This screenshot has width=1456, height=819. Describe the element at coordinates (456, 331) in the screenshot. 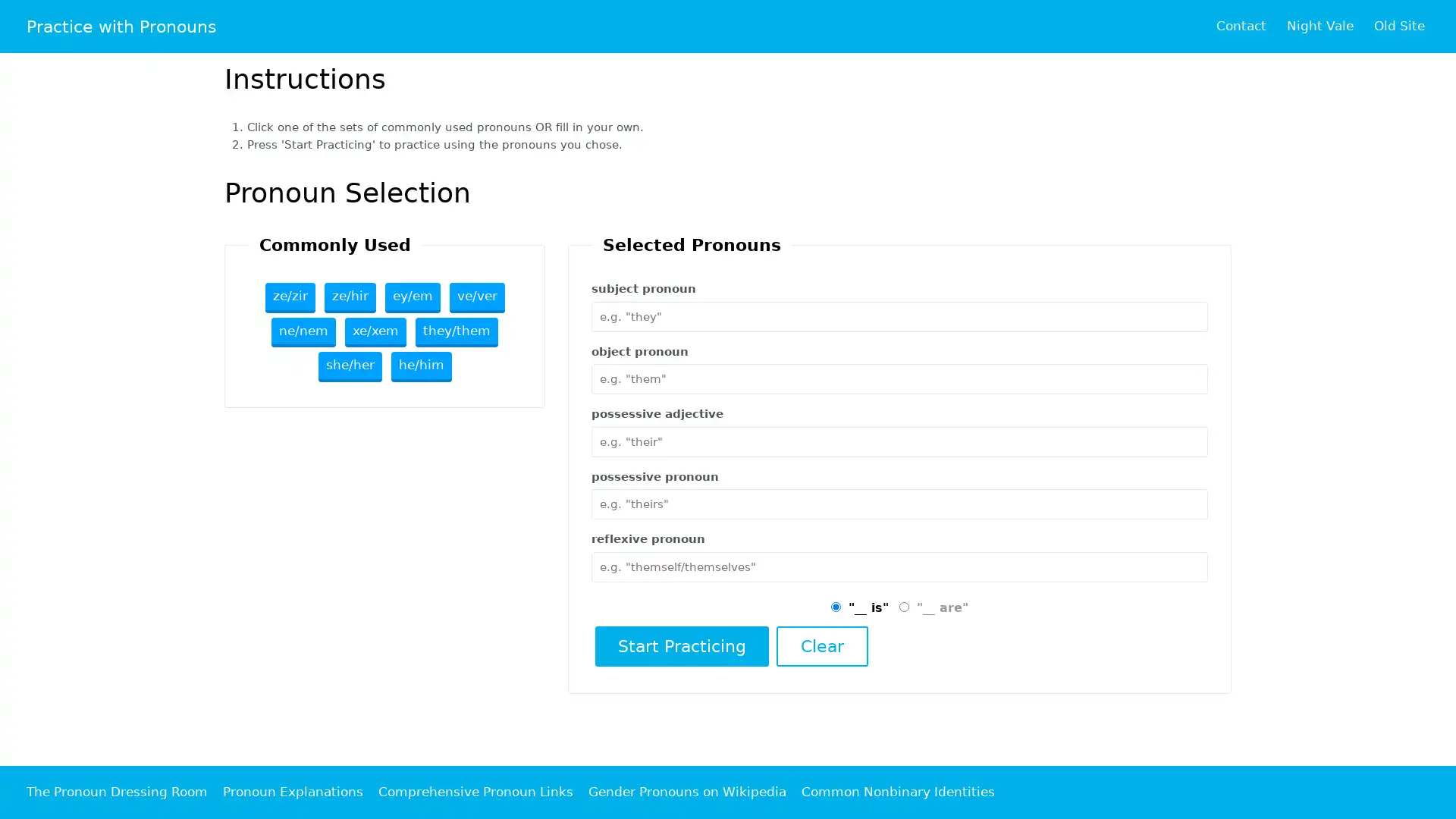

I see `they/them` at that location.